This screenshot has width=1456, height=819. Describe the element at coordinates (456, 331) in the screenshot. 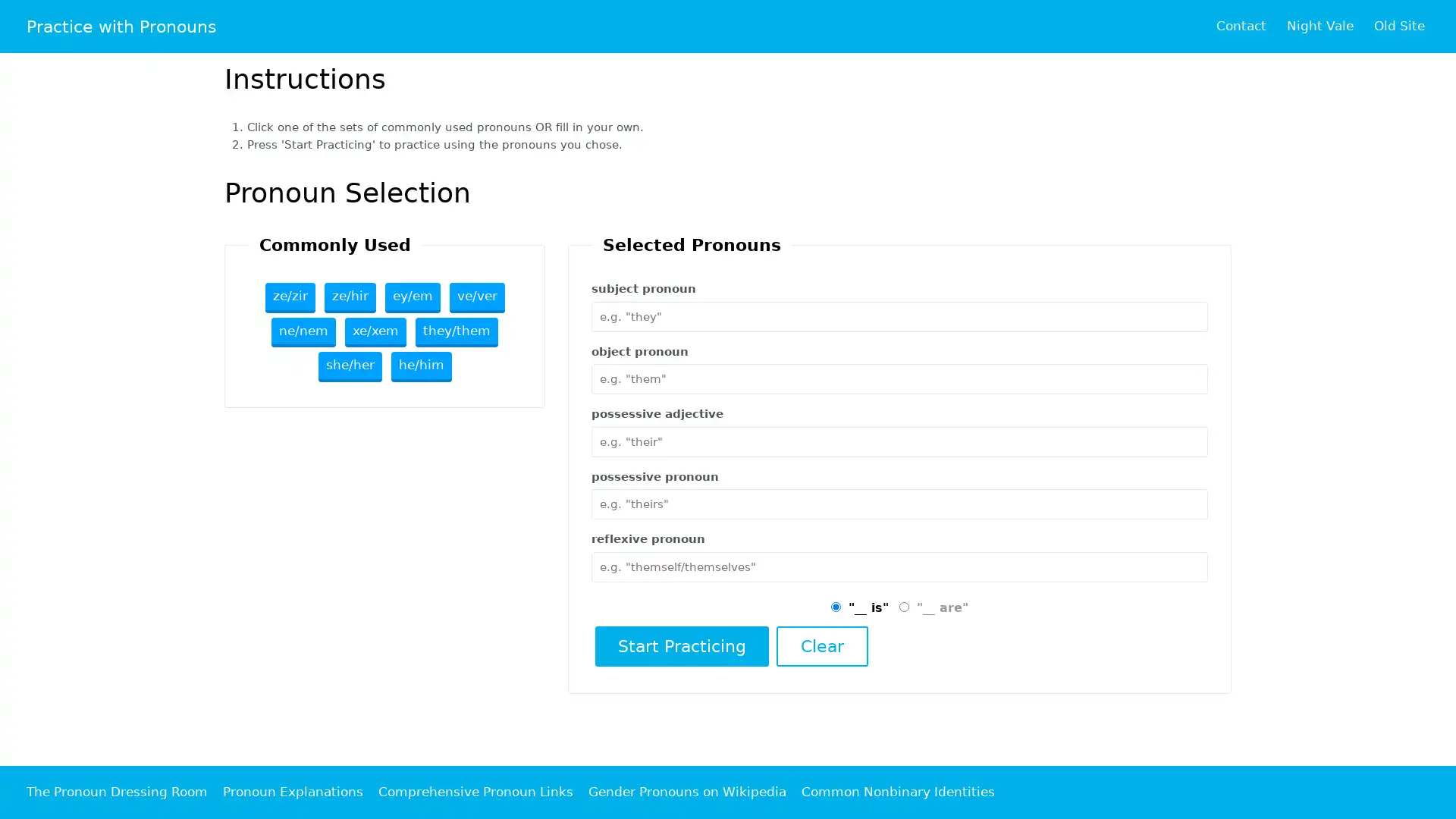

I see `they/them` at that location.